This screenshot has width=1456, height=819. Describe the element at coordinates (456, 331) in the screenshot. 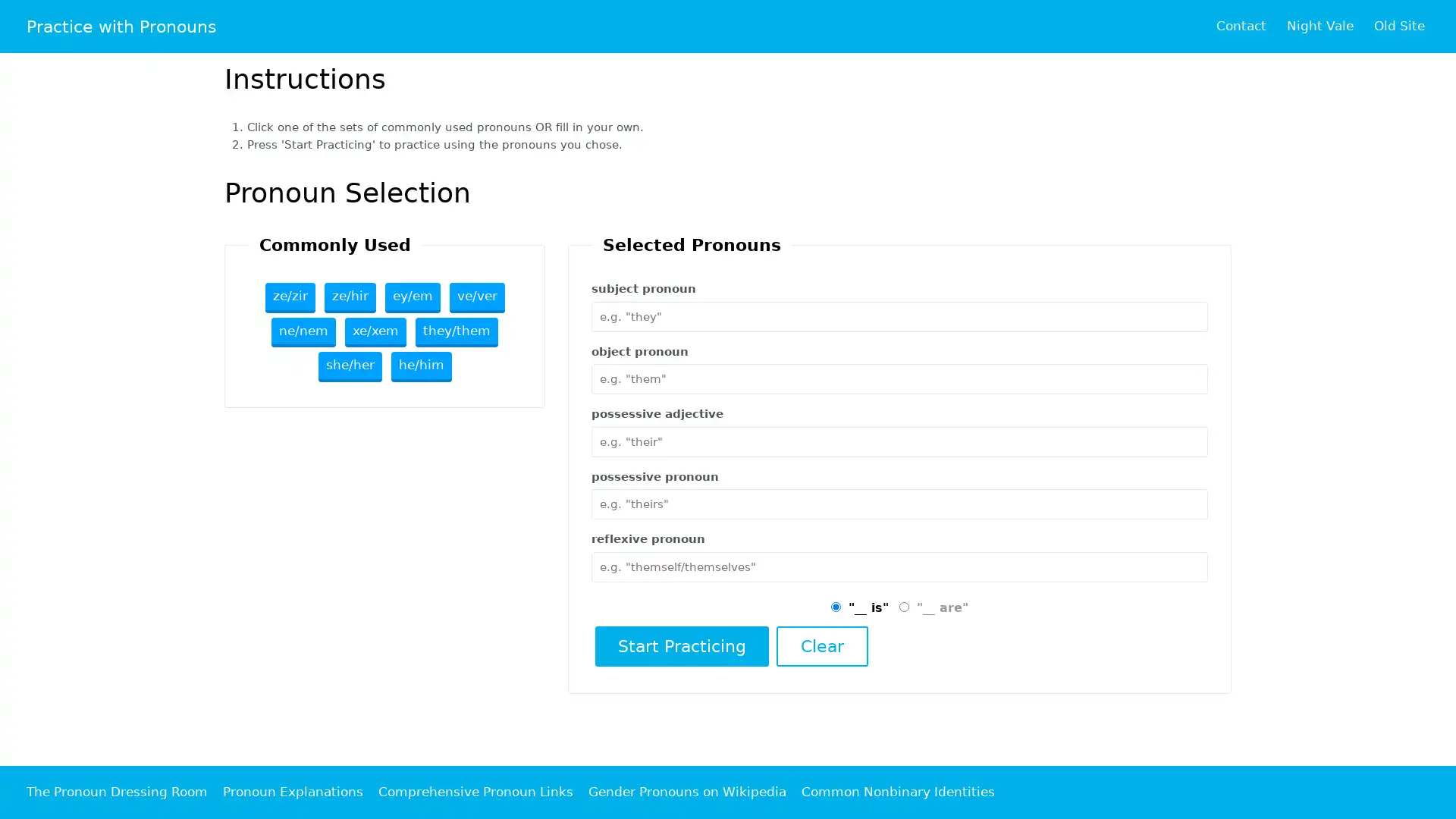

I see `they/them` at that location.